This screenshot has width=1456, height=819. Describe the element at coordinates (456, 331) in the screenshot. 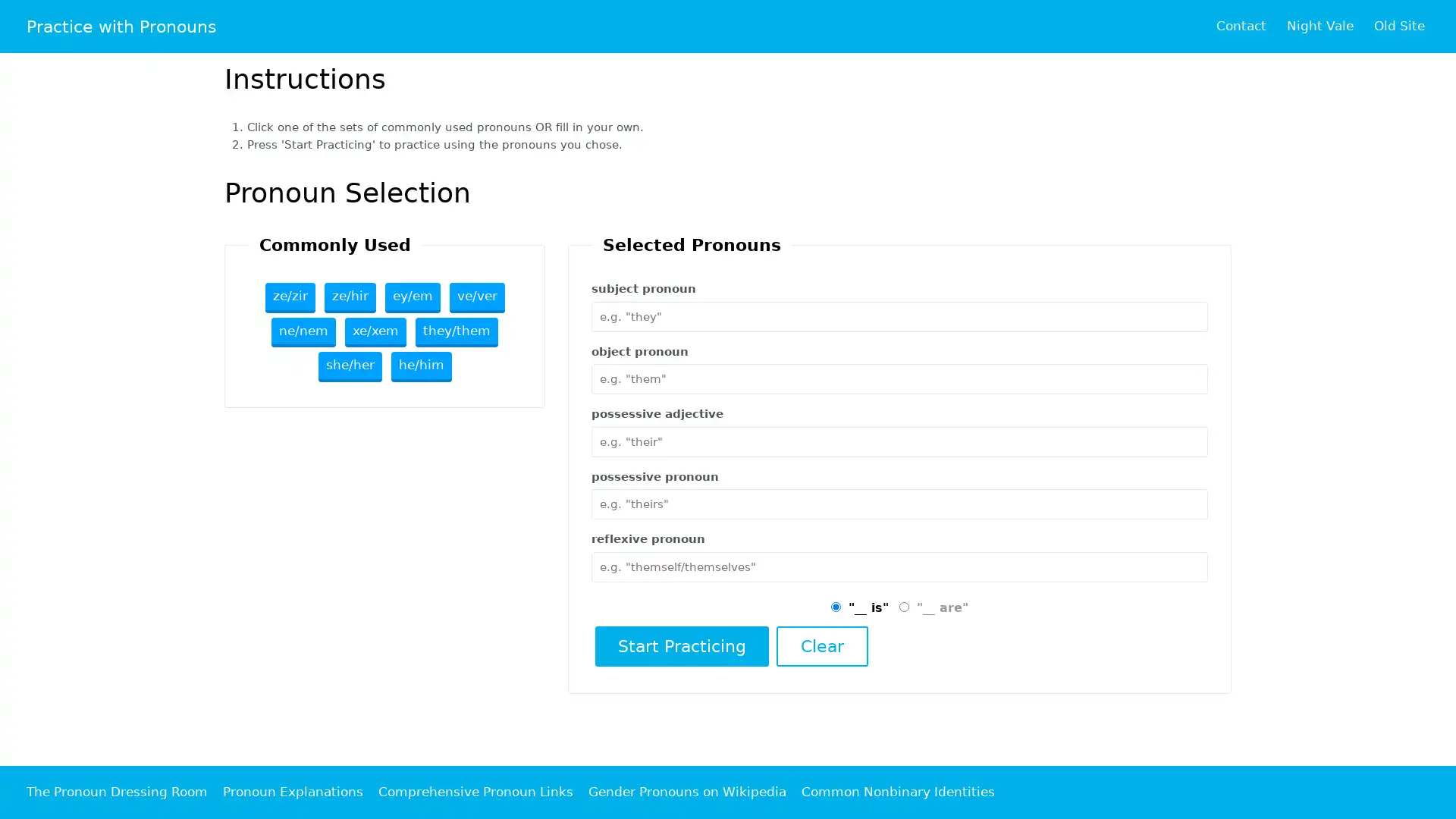

I see `they/them` at that location.